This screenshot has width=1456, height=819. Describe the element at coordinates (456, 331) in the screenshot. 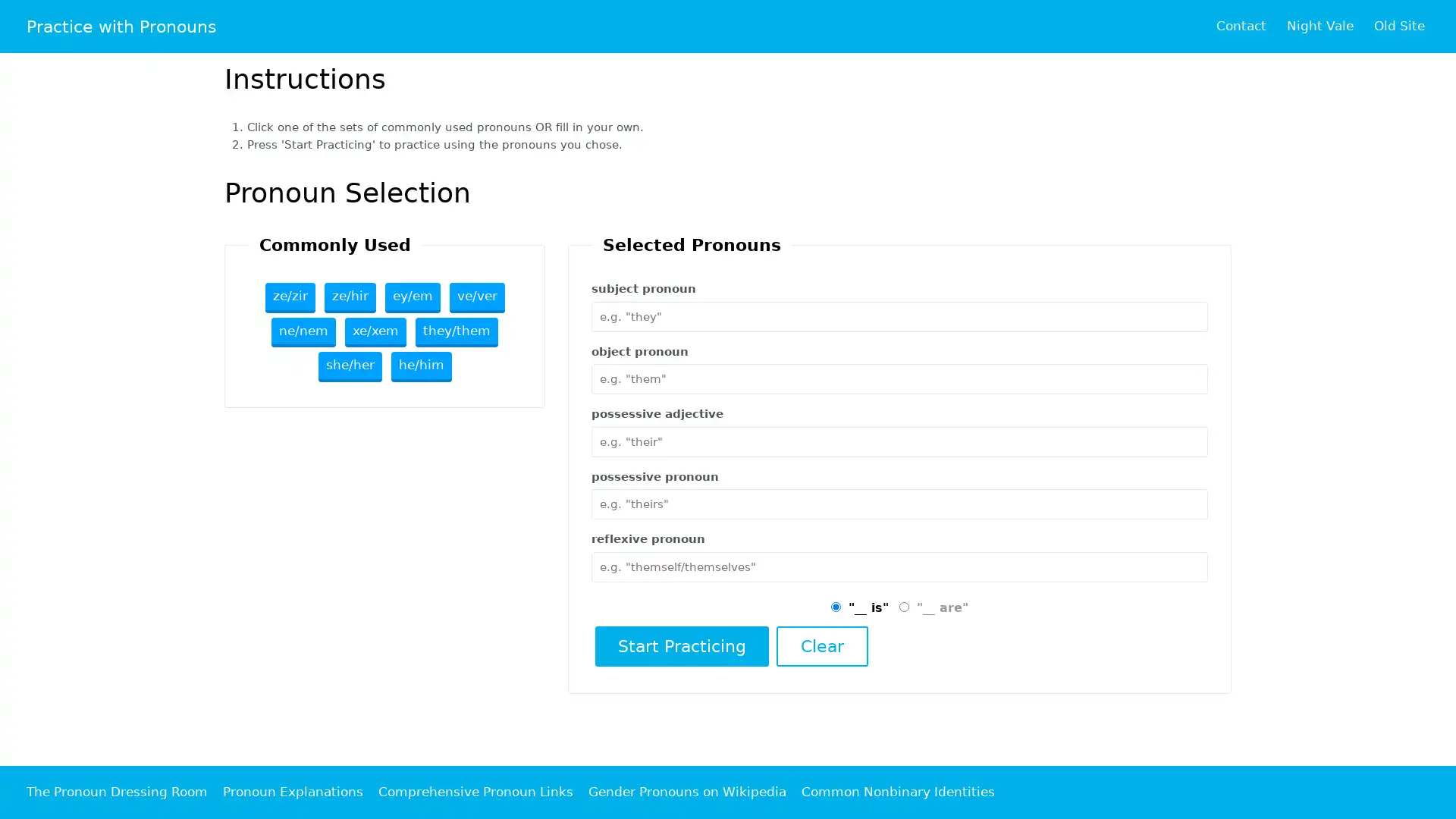

I see `they/them` at that location.